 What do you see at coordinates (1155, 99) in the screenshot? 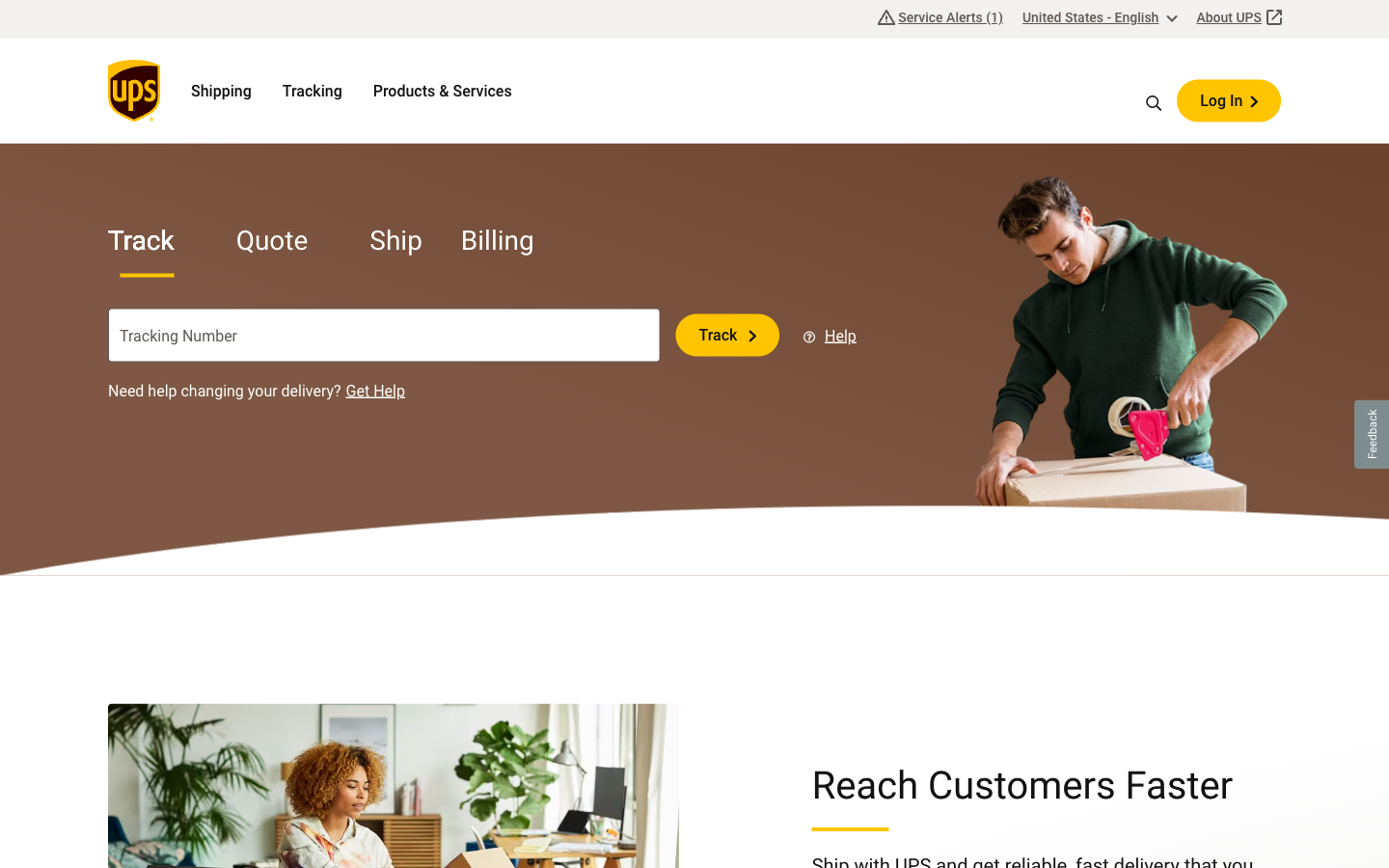
I see `Locate and select the top trending topic` at bounding box center [1155, 99].